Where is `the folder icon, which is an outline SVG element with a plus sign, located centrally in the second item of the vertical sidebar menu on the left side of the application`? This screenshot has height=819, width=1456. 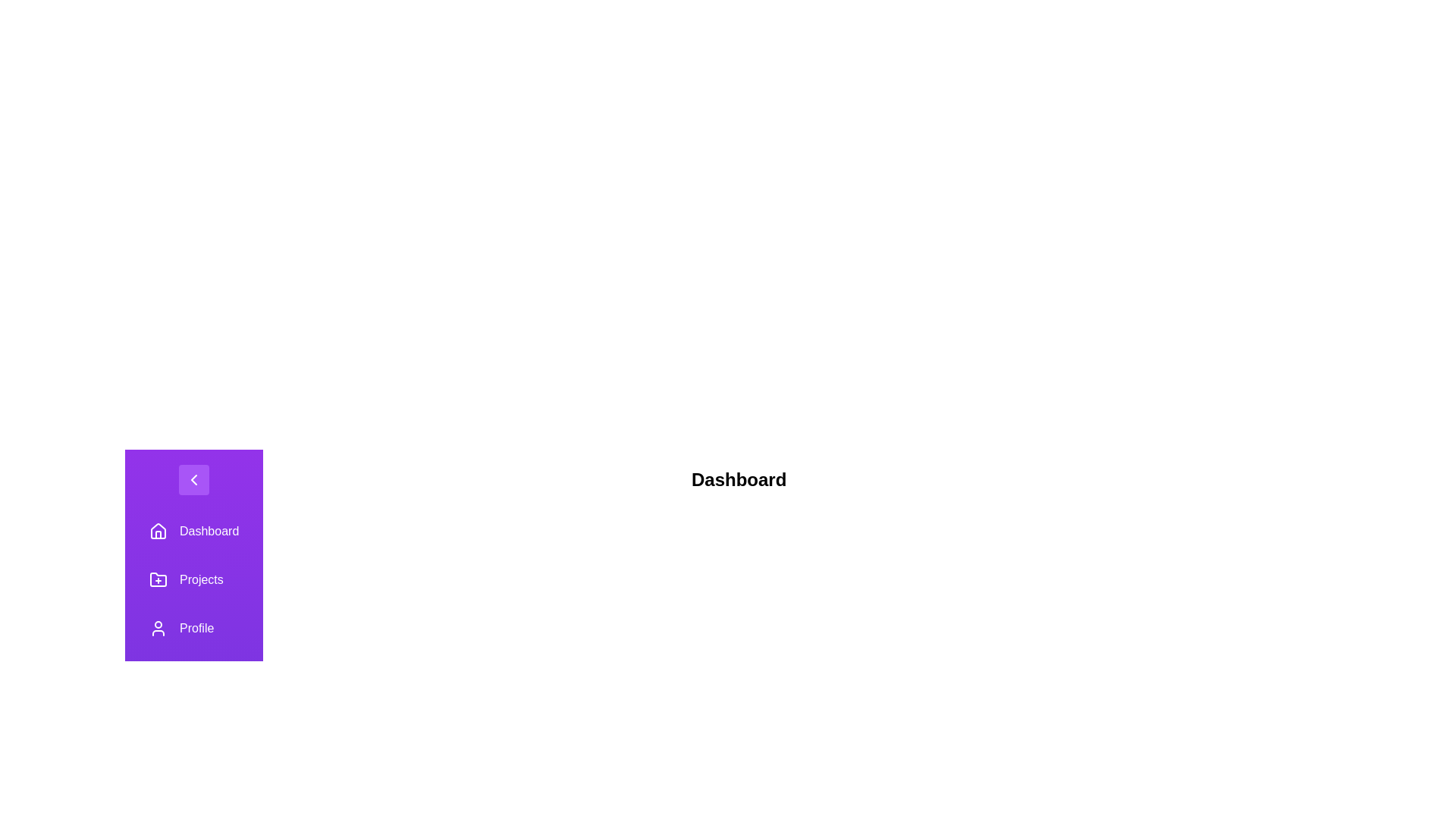
the folder icon, which is an outline SVG element with a plus sign, located centrally in the second item of the vertical sidebar menu on the left side of the application is located at coordinates (158, 579).